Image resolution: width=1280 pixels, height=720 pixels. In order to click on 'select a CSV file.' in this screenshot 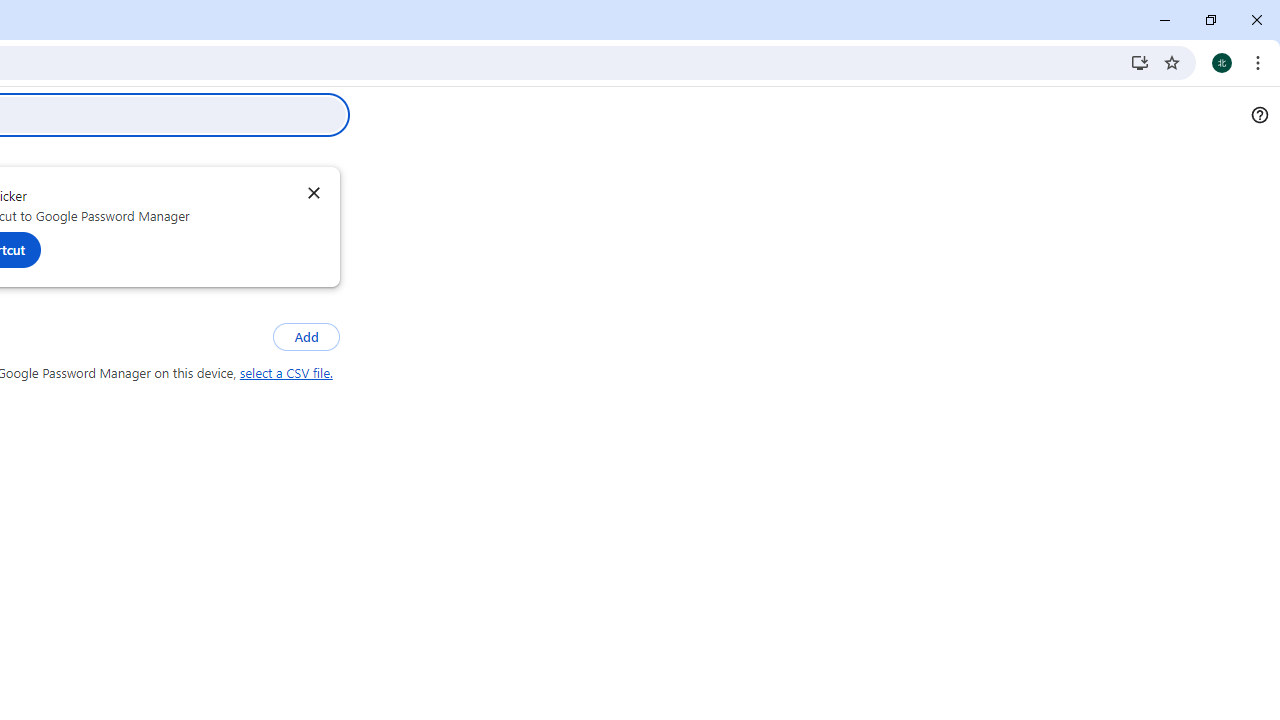, I will do `click(285, 373)`.